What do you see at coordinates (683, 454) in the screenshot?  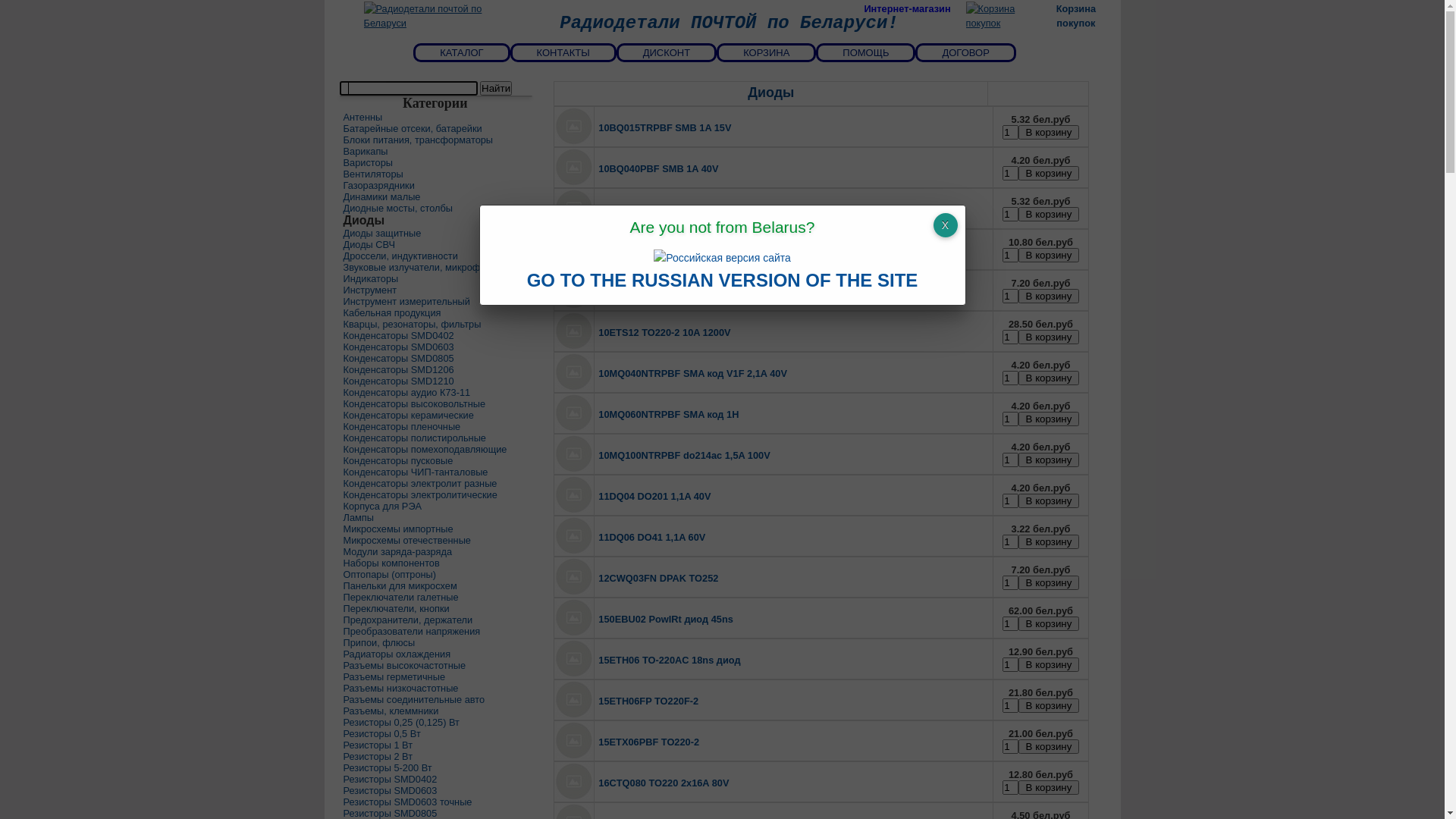 I see `'10MQ100NTRPBF do214ac 1,5A 100V'` at bounding box center [683, 454].